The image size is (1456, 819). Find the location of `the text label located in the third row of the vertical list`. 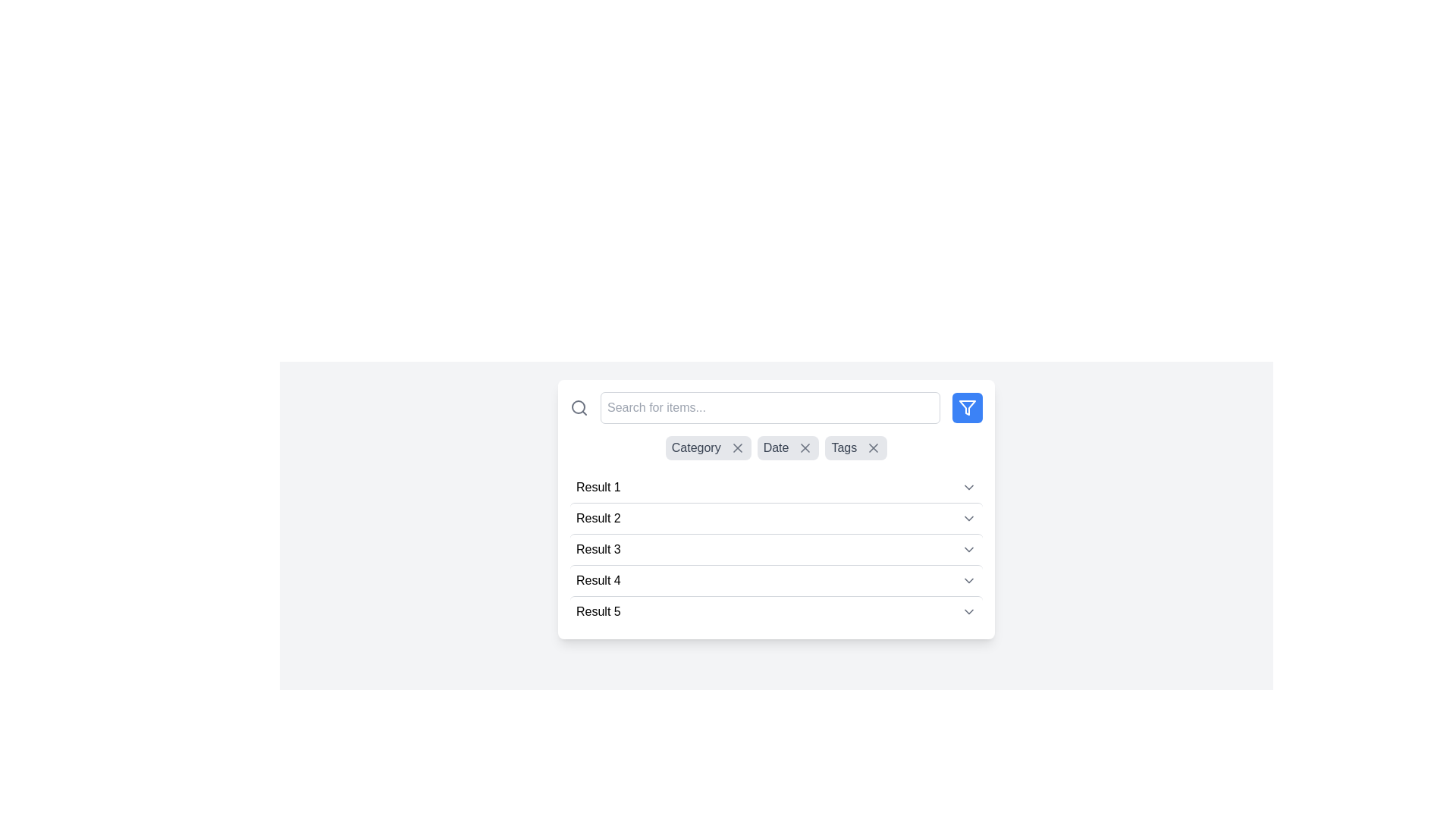

the text label located in the third row of the vertical list is located at coordinates (598, 550).